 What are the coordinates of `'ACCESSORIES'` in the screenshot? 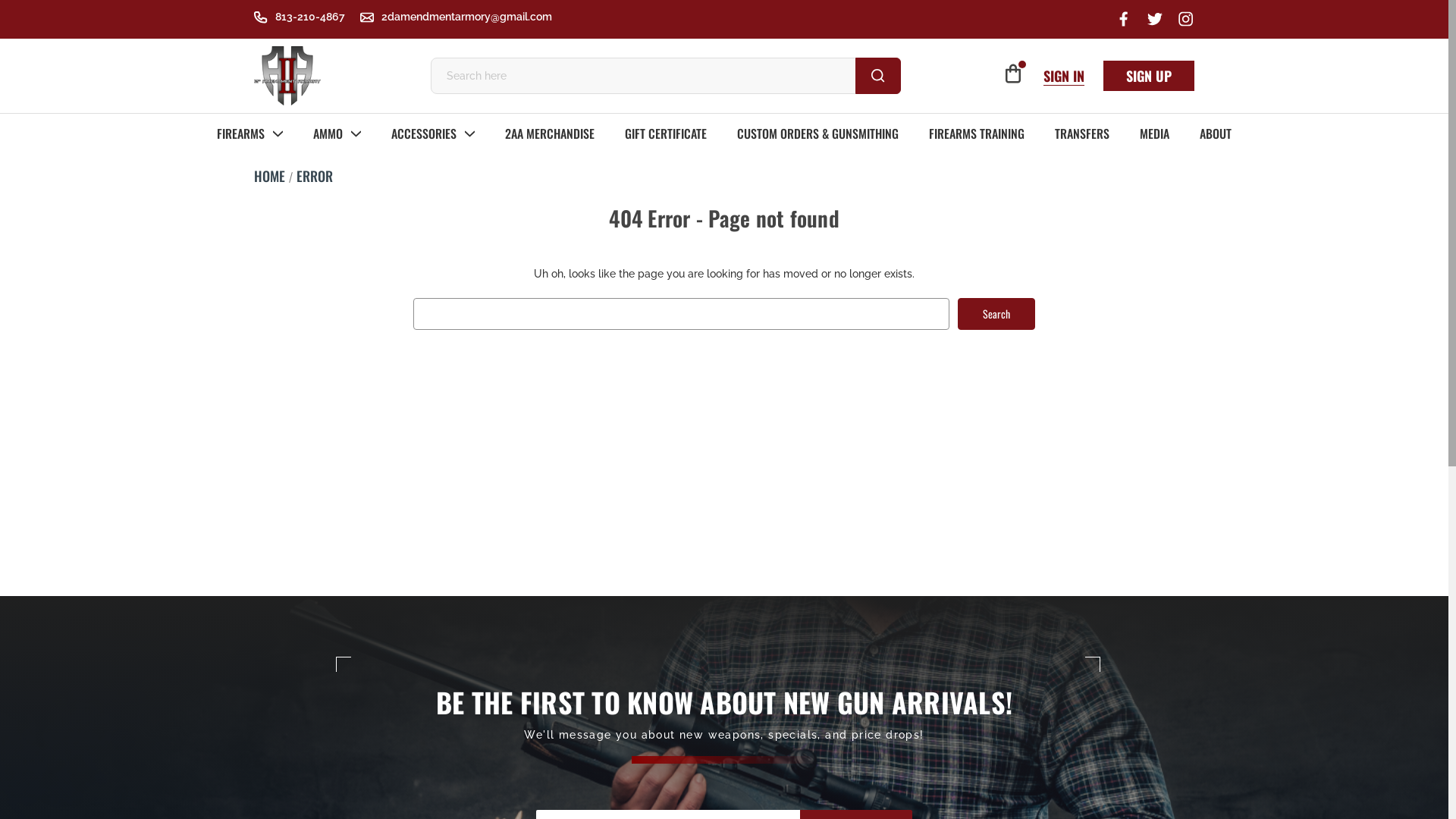 It's located at (432, 133).